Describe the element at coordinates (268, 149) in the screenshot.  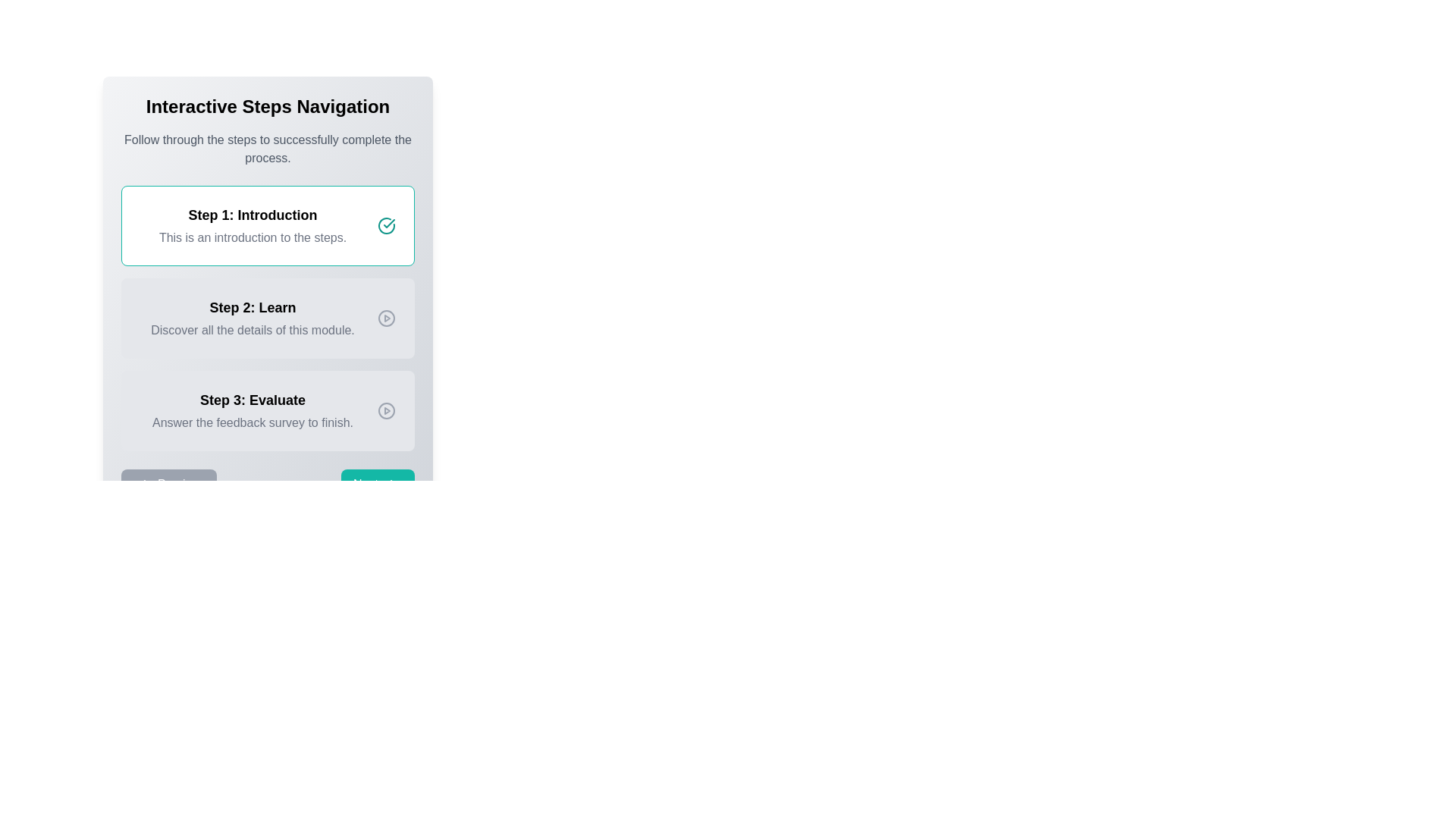
I see `text content of the instruction that says 'Follow through the steps to successfully complete the process.' which is styled in gray and located below the title 'Interactive Steps Navigation'` at that location.